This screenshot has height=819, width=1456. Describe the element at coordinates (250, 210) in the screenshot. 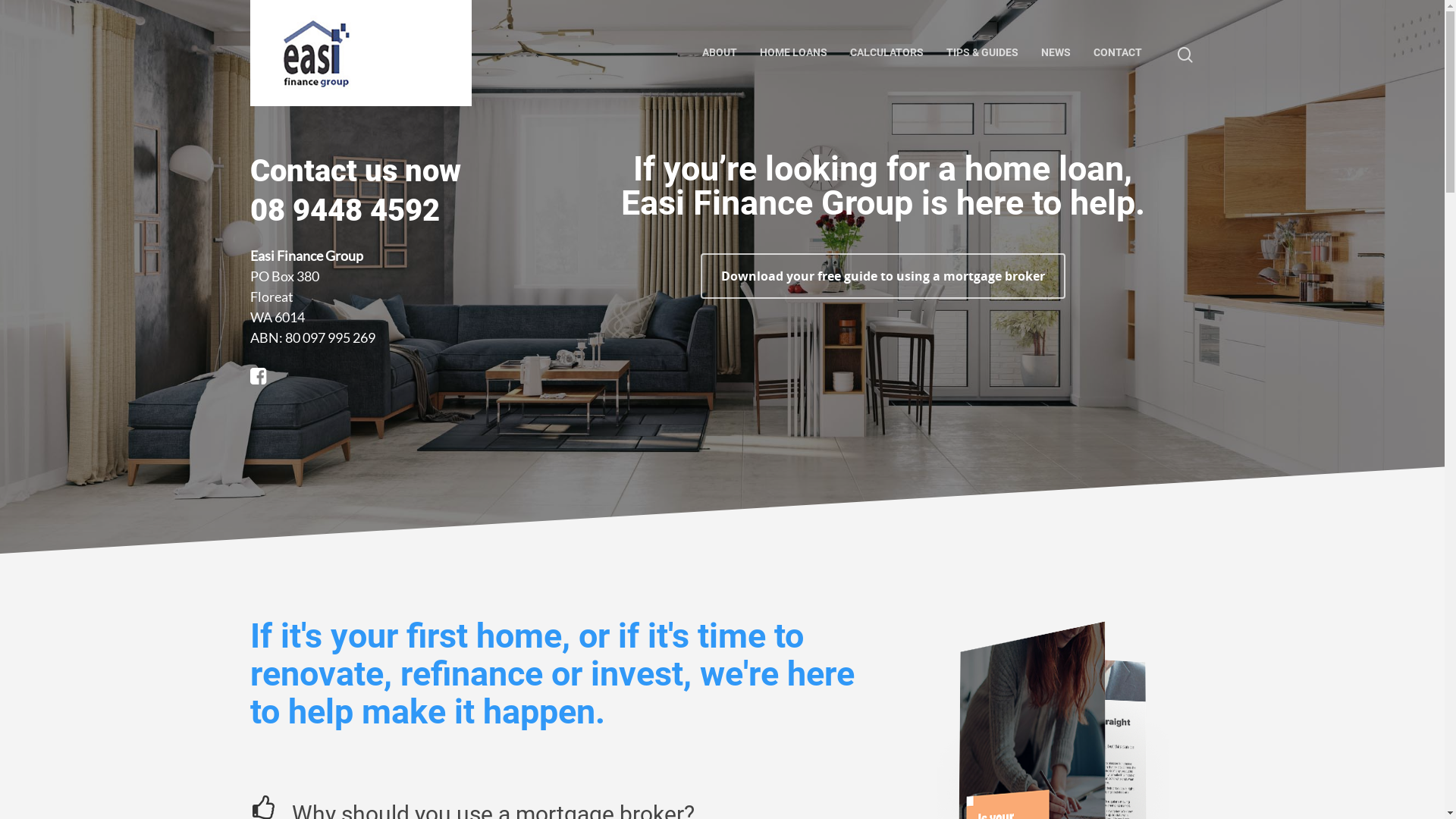

I see `'08 9448 4592'` at that location.